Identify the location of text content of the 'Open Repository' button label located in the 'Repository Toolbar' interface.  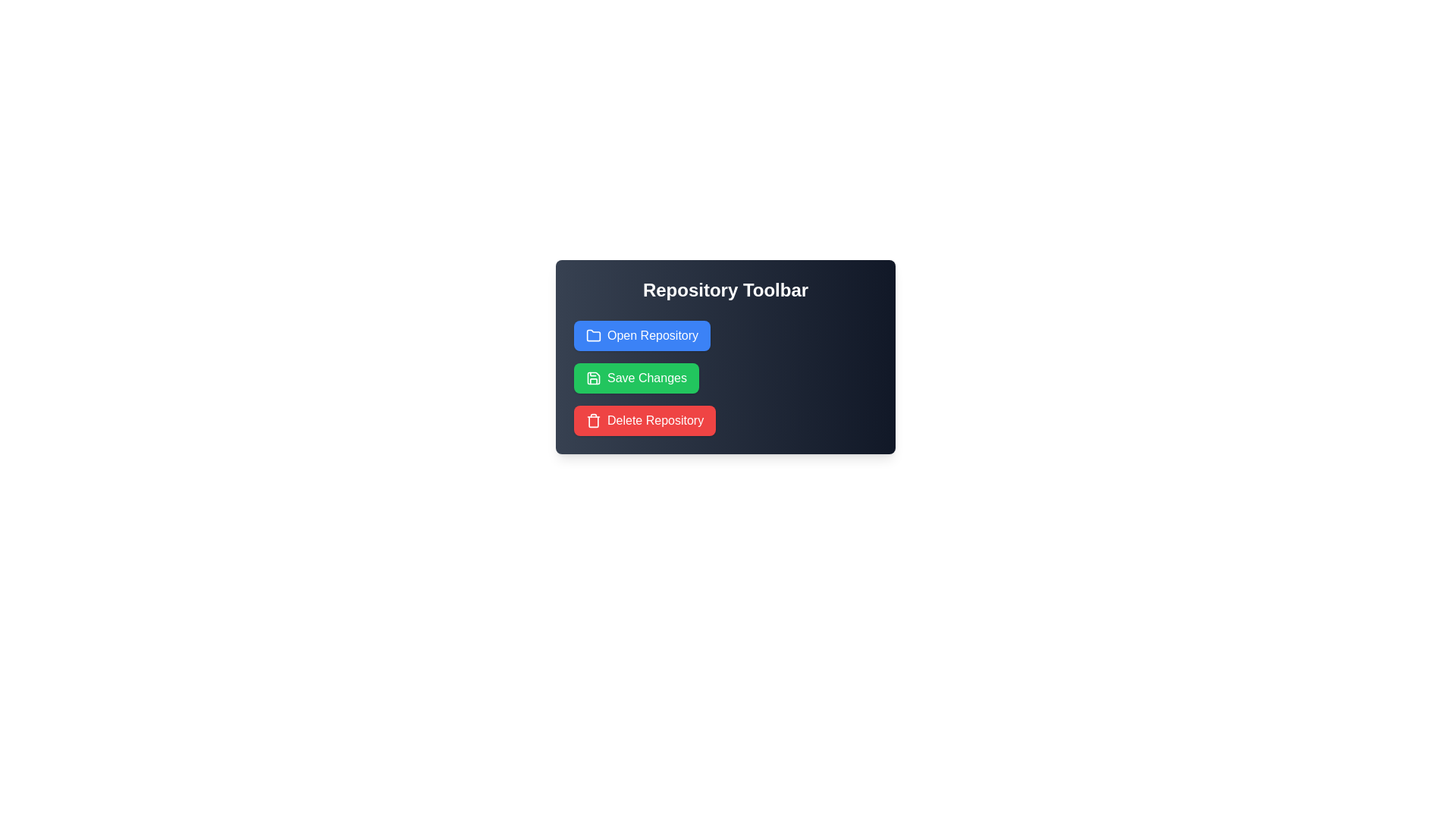
(653, 335).